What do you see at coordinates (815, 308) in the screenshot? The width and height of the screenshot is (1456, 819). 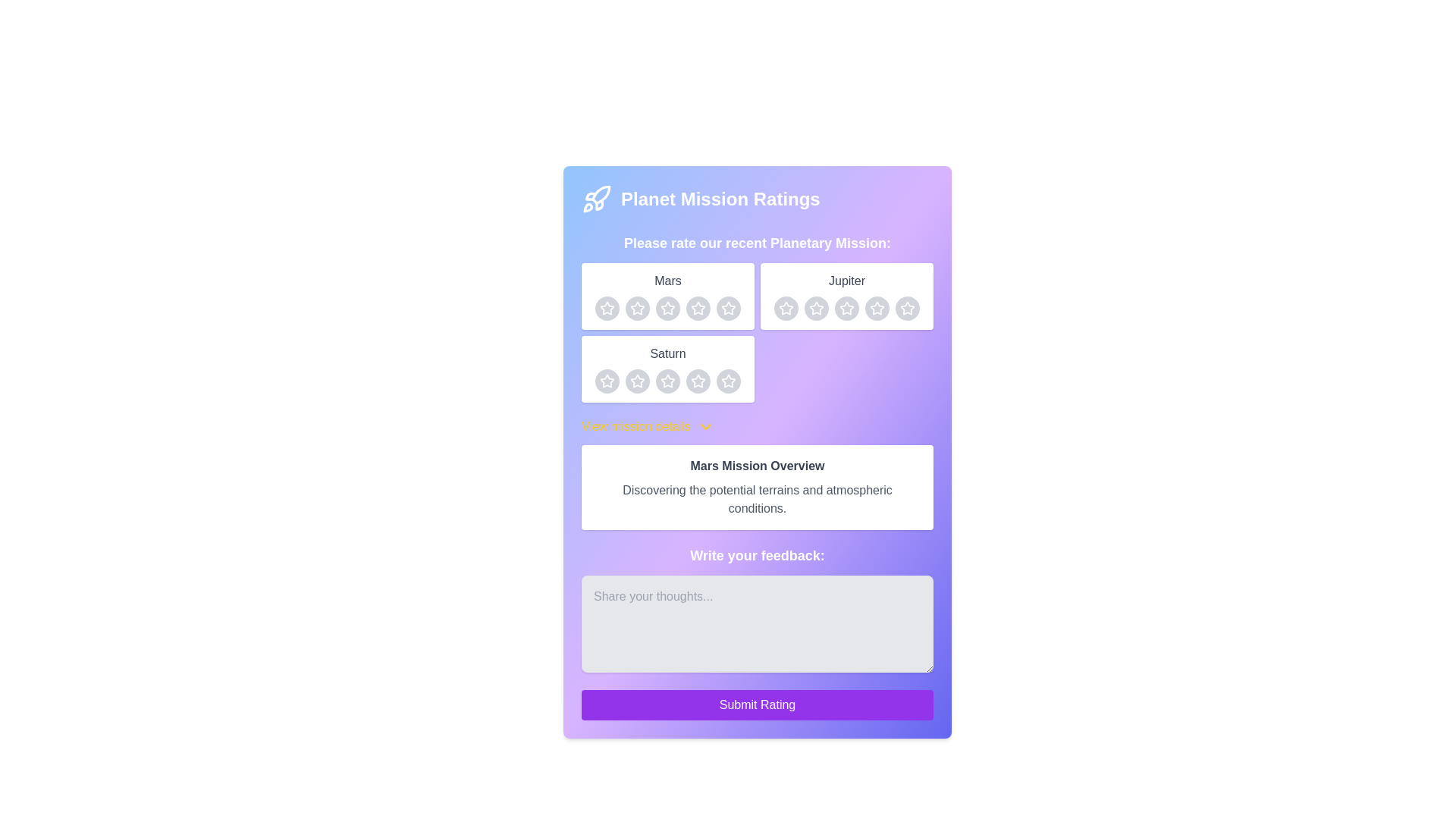 I see `the circular star button with a gray background and white outline located under the heading 'Jupiter' to assign a rating` at bounding box center [815, 308].